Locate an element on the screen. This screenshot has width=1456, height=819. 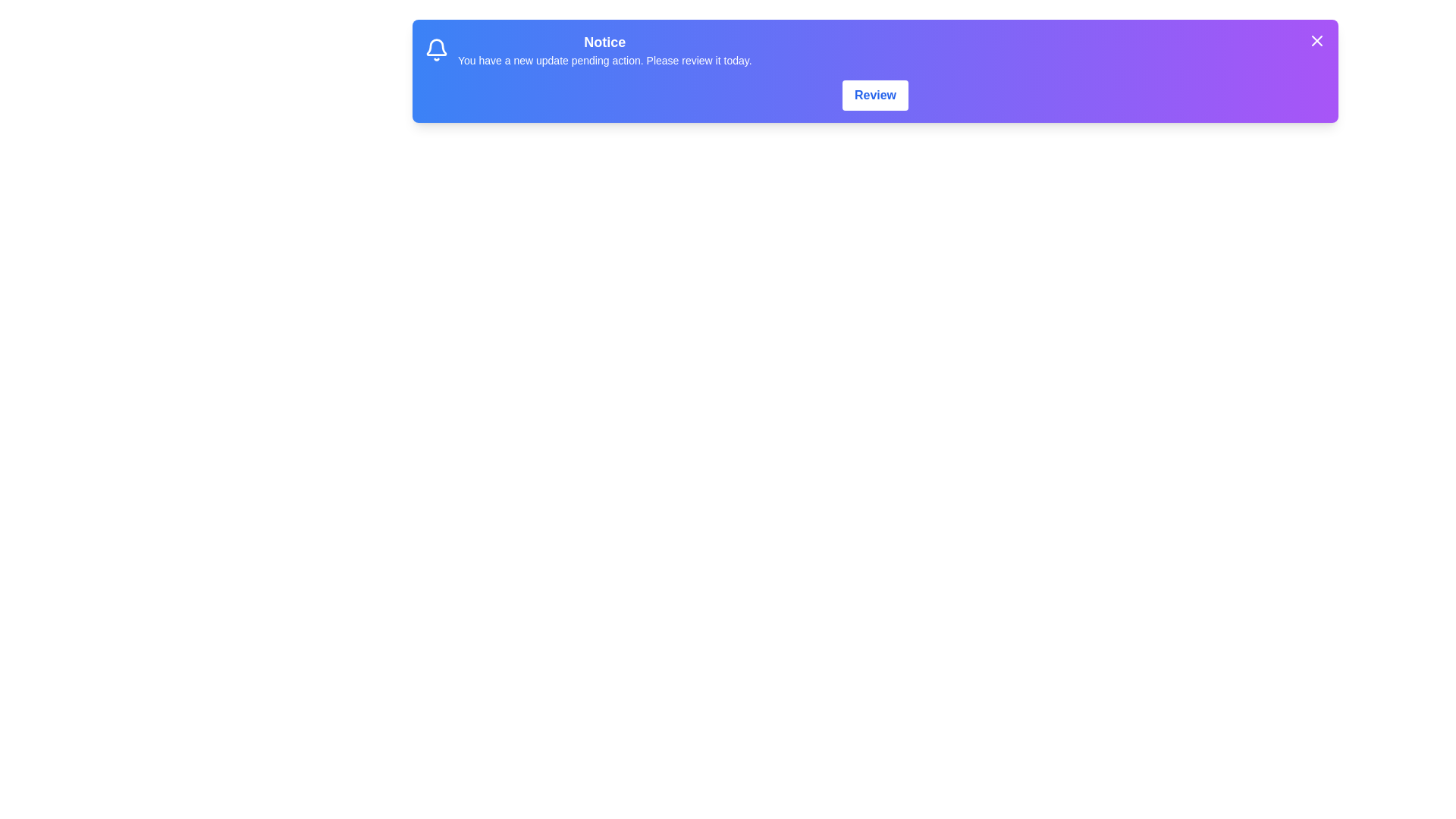
the bell icon located at the top-left corner of the gradient blue notification bar, which indicates notifications or alerts is located at coordinates (436, 49).